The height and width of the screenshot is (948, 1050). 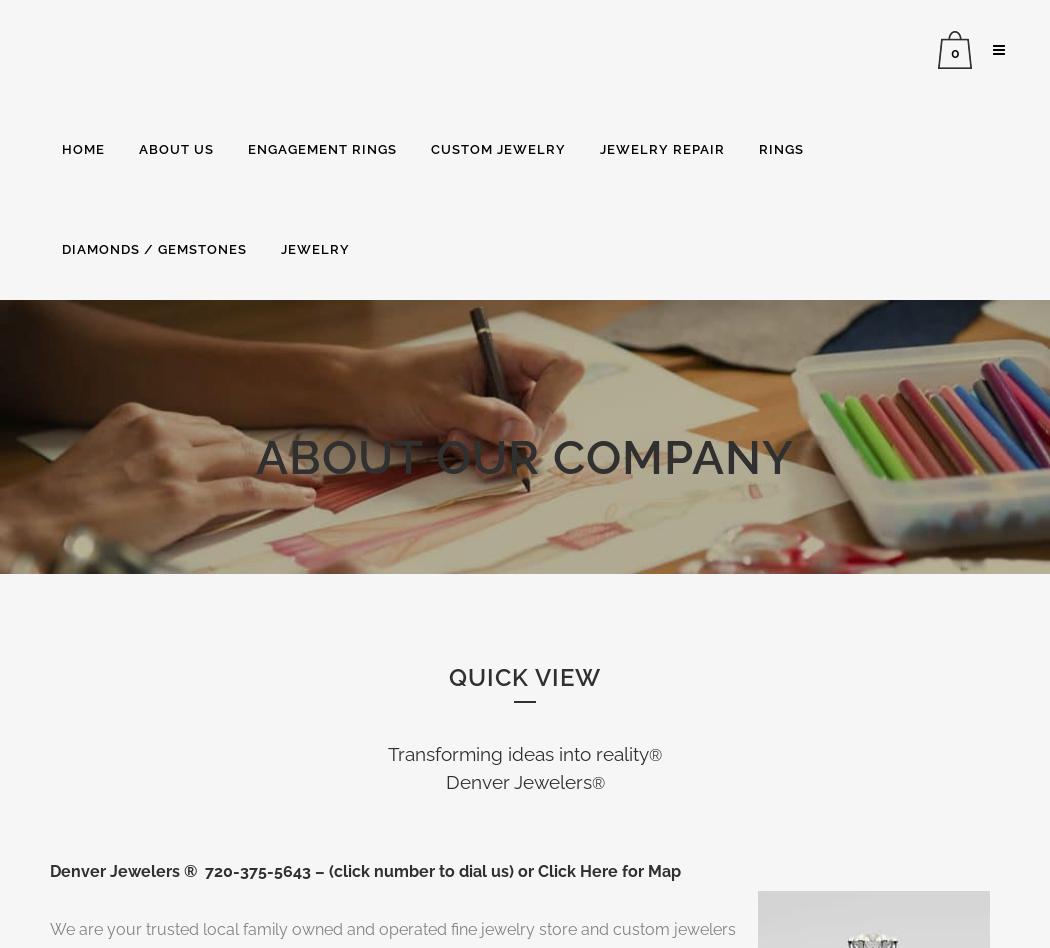 What do you see at coordinates (203, 870) in the screenshot?
I see `'720-375-5643'` at bounding box center [203, 870].